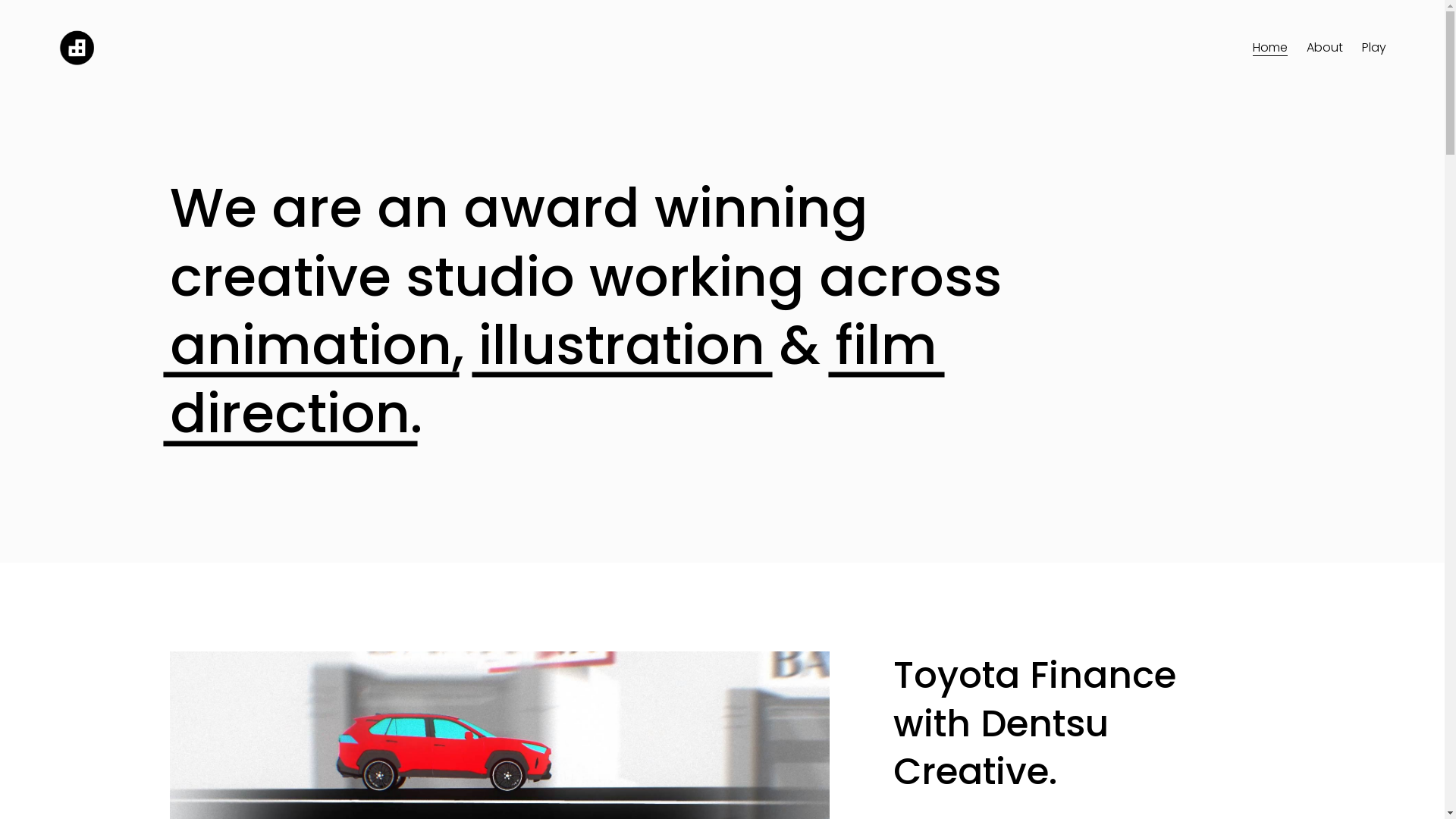 Image resolution: width=1456 pixels, height=819 pixels. Describe the element at coordinates (1324, 48) in the screenshot. I see `'About'` at that location.